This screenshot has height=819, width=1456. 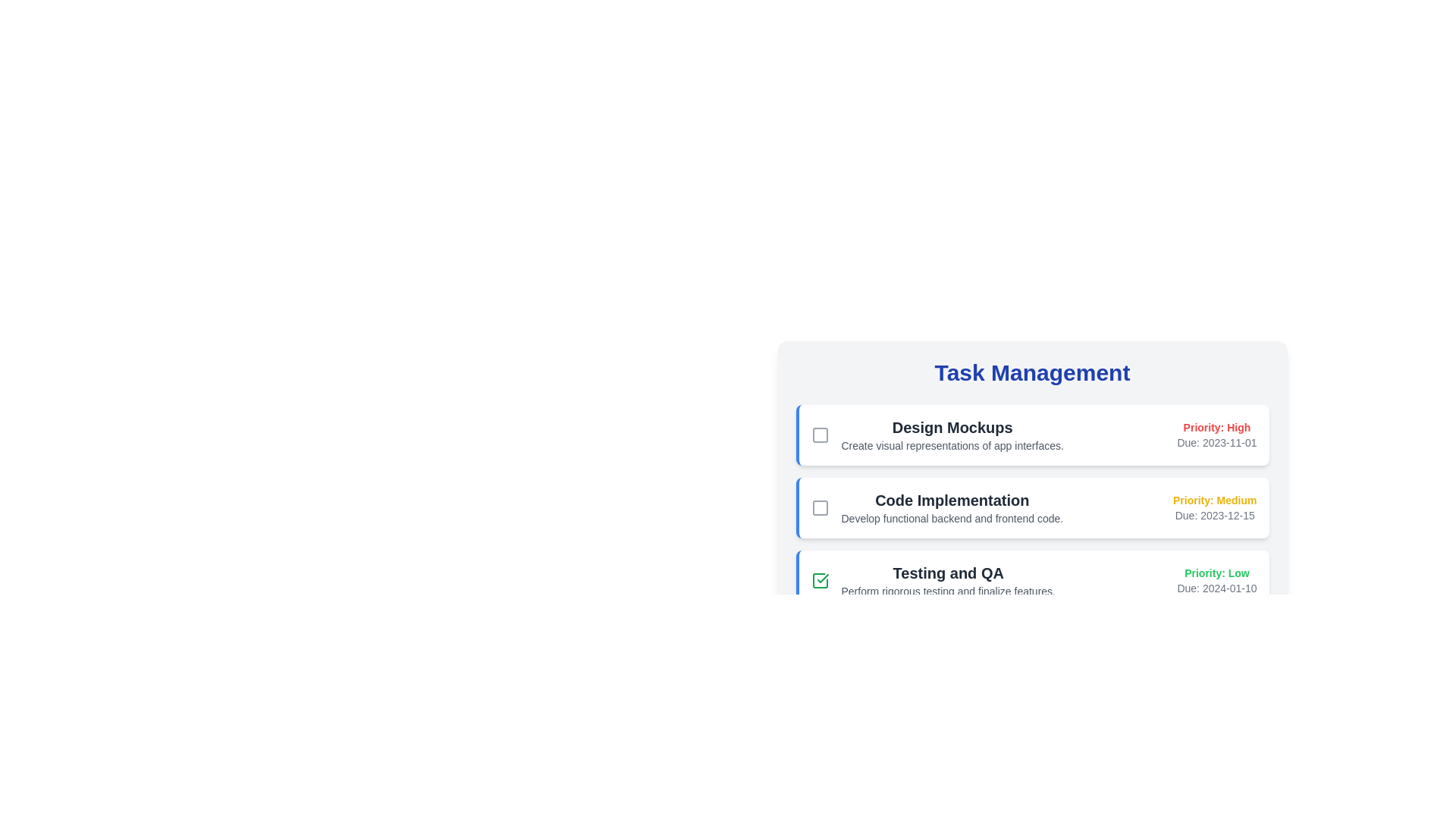 What do you see at coordinates (819, 435) in the screenshot?
I see `the checkbox located at the beginning of the 'Design Mockups' section` at bounding box center [819, 435].